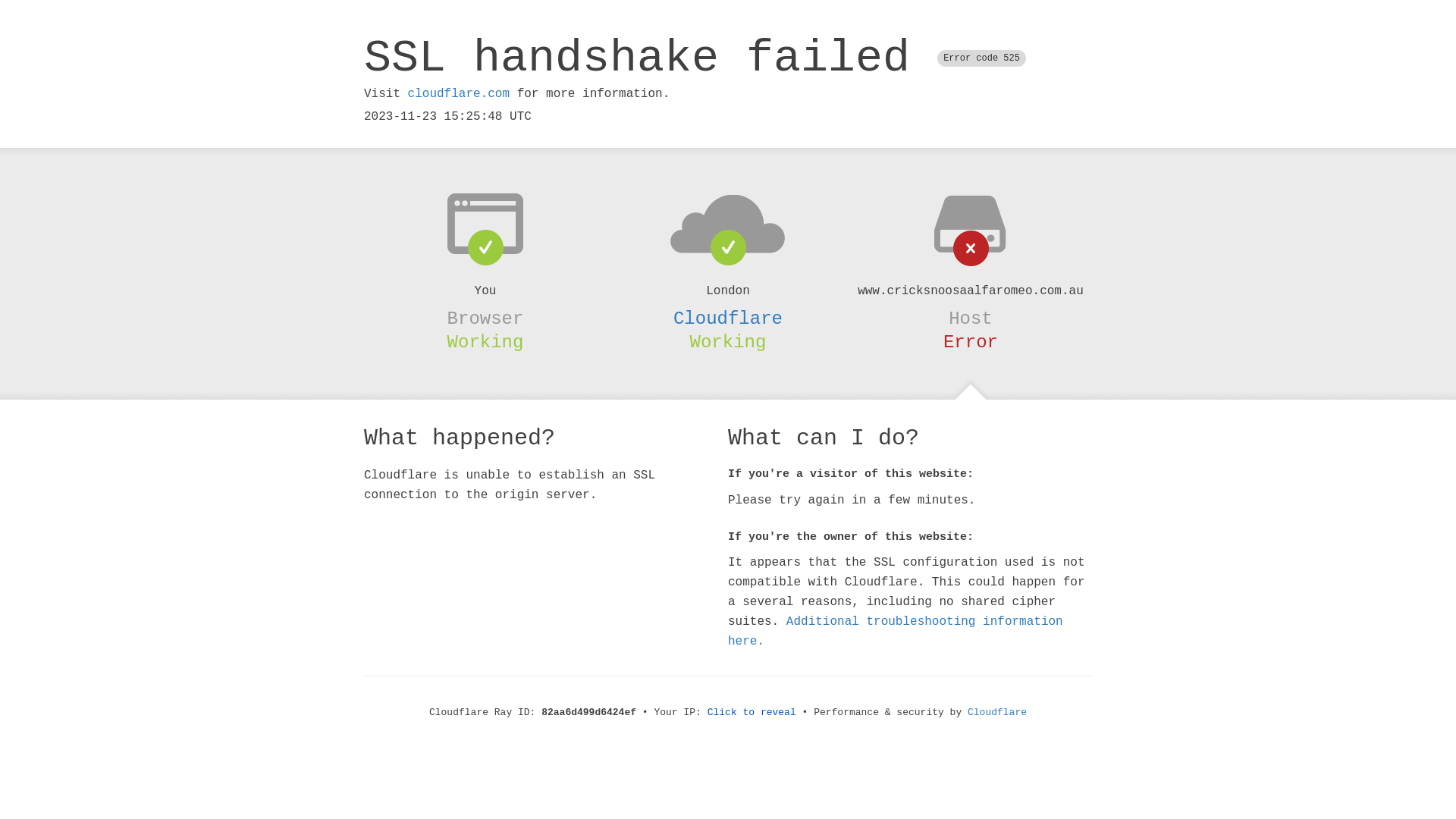  I want to click on 'Click to reveal', so click(752, 712).